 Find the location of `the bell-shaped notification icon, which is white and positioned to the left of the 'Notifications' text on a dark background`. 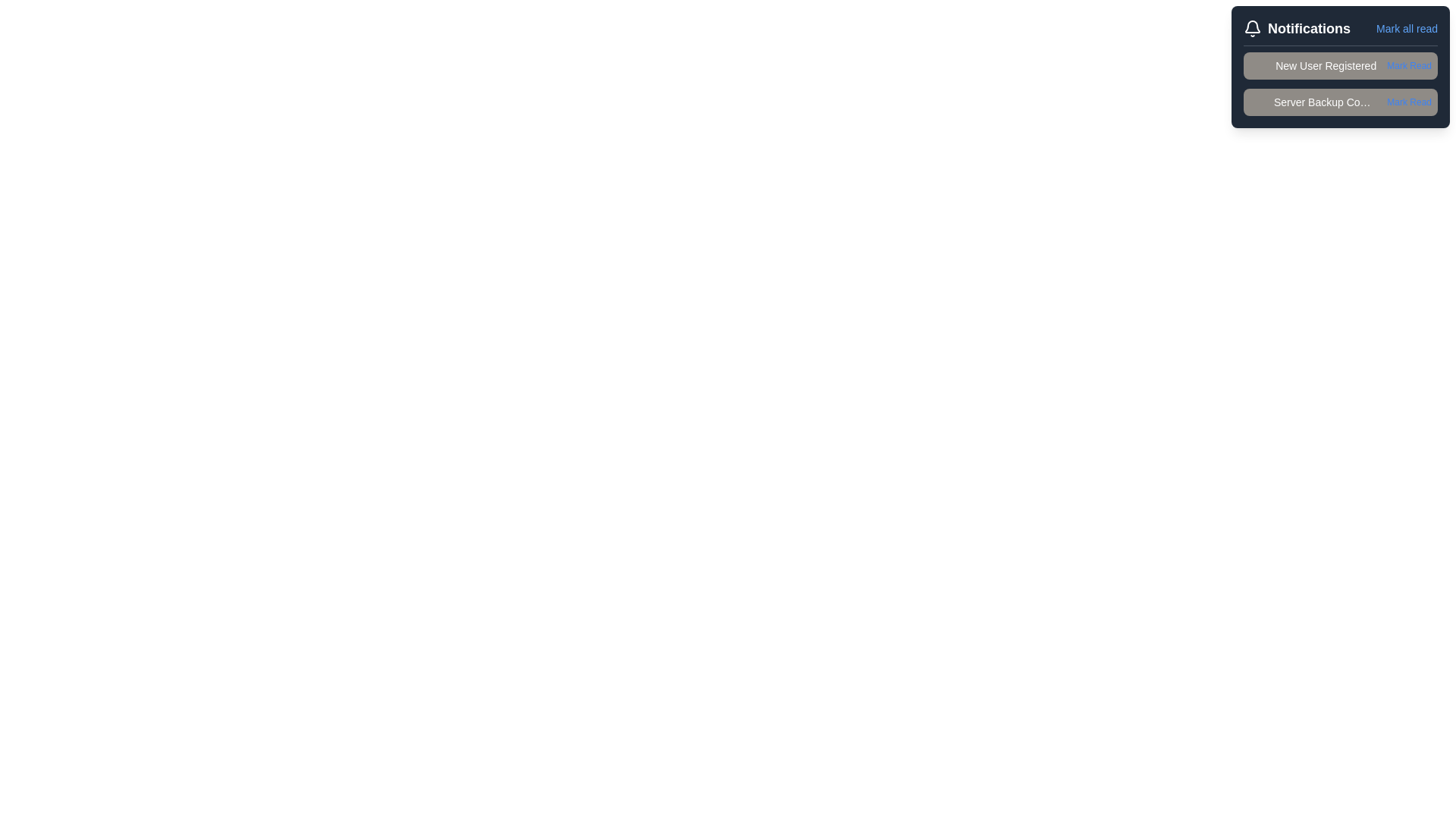

the bell-shaped notification icon, which is white and positioned to the left of the 'Notifications' text on a dark background is located at coordinates (1252, 29).